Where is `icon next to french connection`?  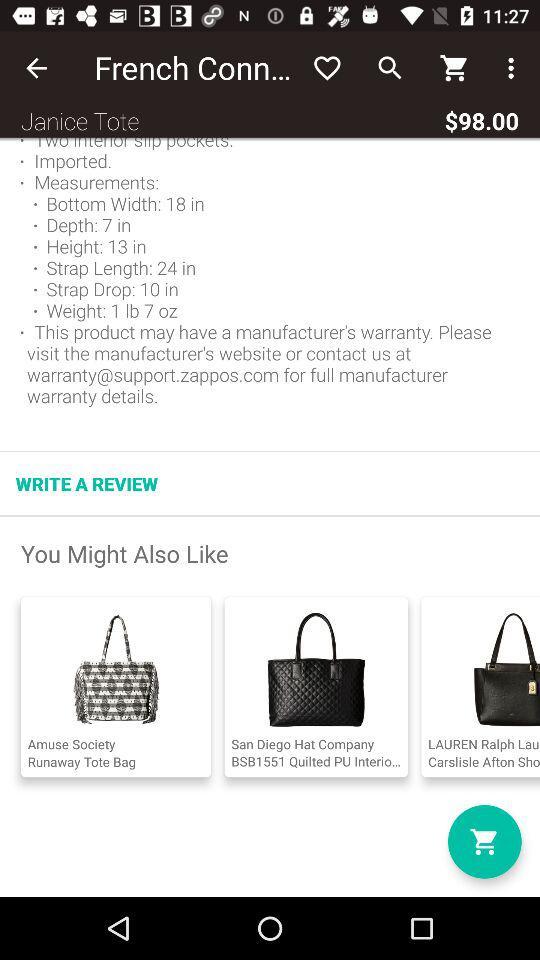
icon next to french connection is located at coordinates (36, 68).